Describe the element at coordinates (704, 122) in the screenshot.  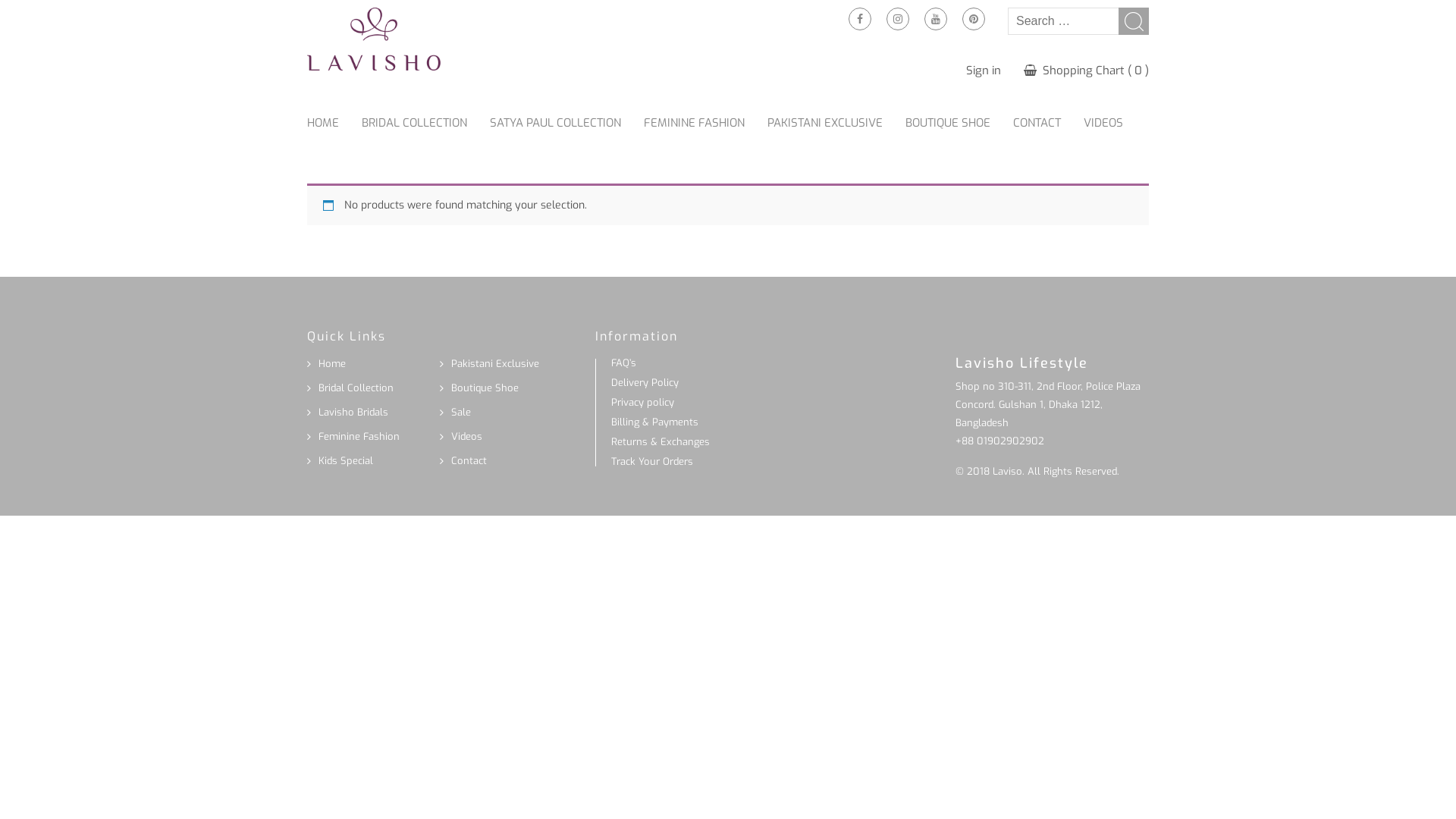
I see `'FEMININE FASHION'` at that location.